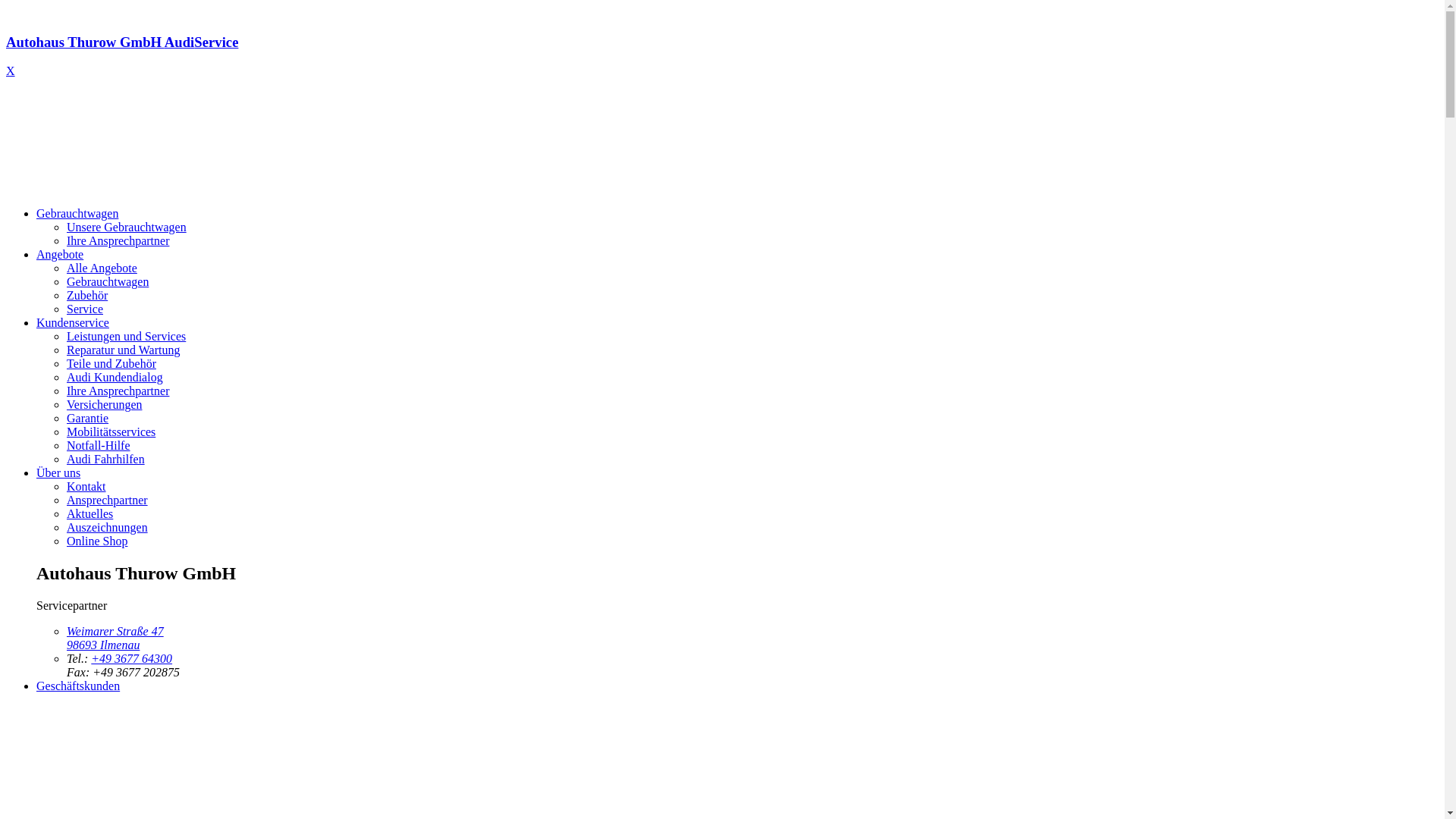  Describe the element at coordinates (118, 390) in the screenshot. I see `'Ihre Ansprechpartner'` at that location.